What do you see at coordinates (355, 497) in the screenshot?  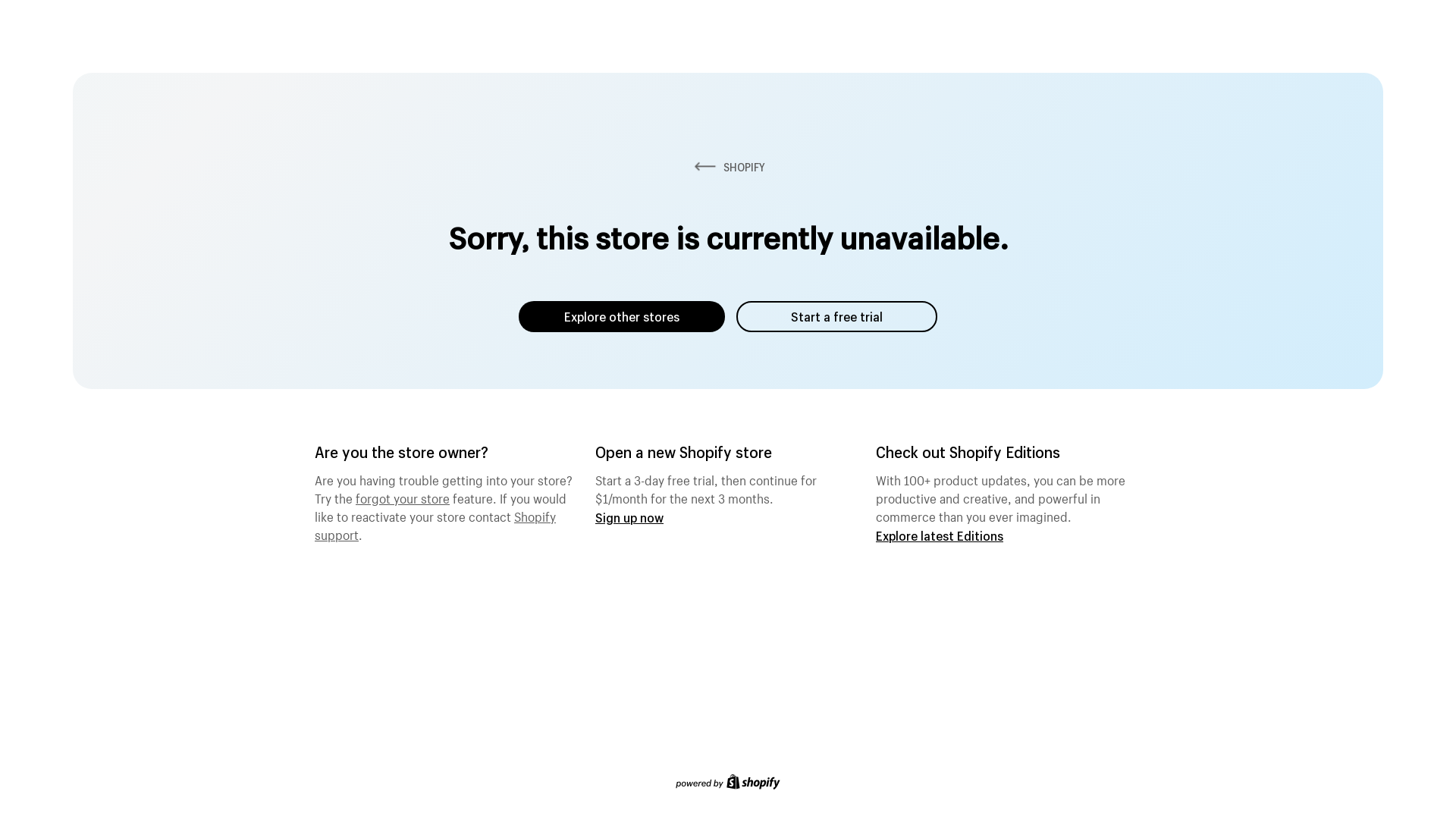 I see `'forgot your store'` at bounding box center [355, 497].